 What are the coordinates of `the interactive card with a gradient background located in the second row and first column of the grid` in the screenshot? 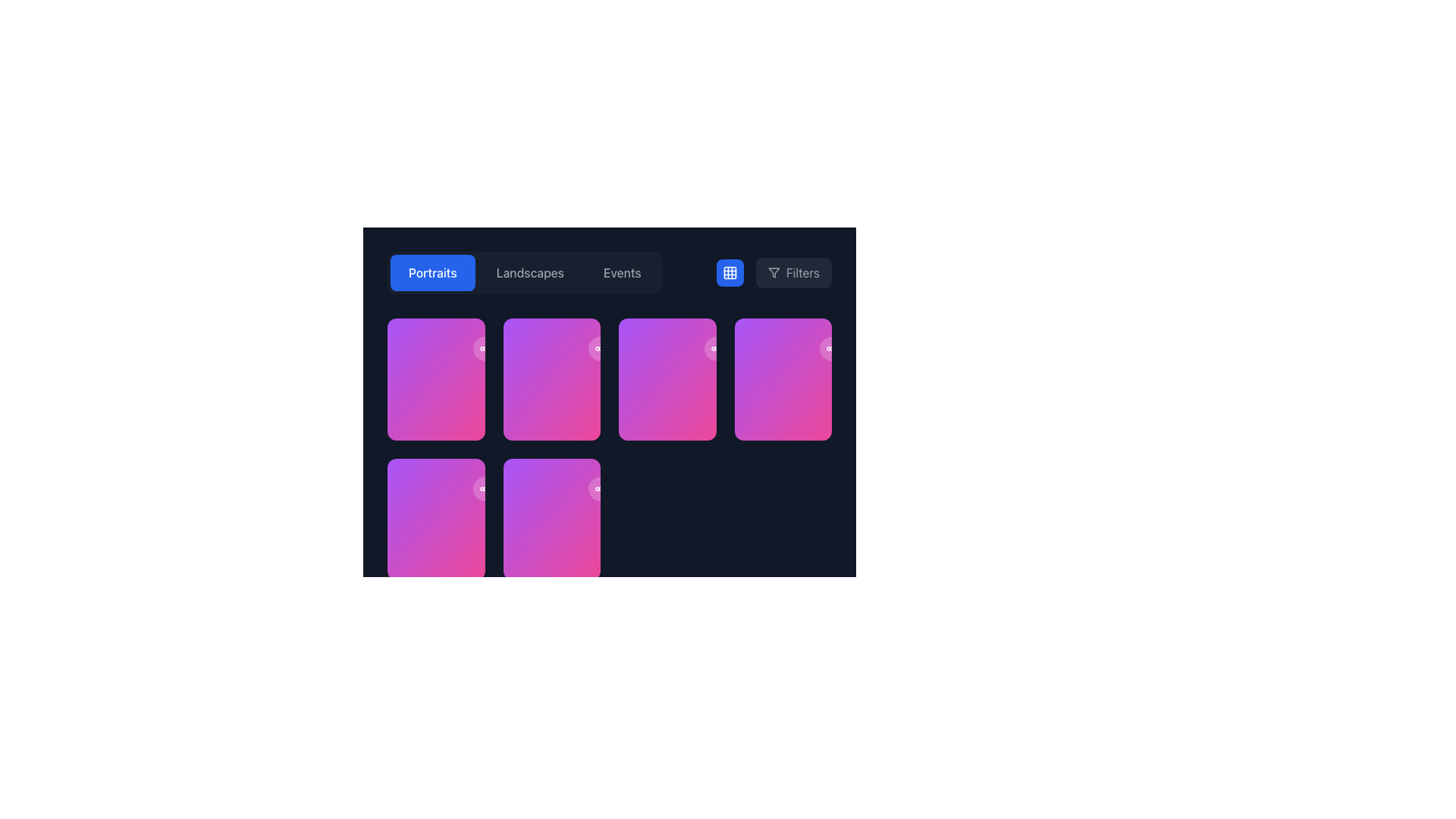 It's located at (435, 518).